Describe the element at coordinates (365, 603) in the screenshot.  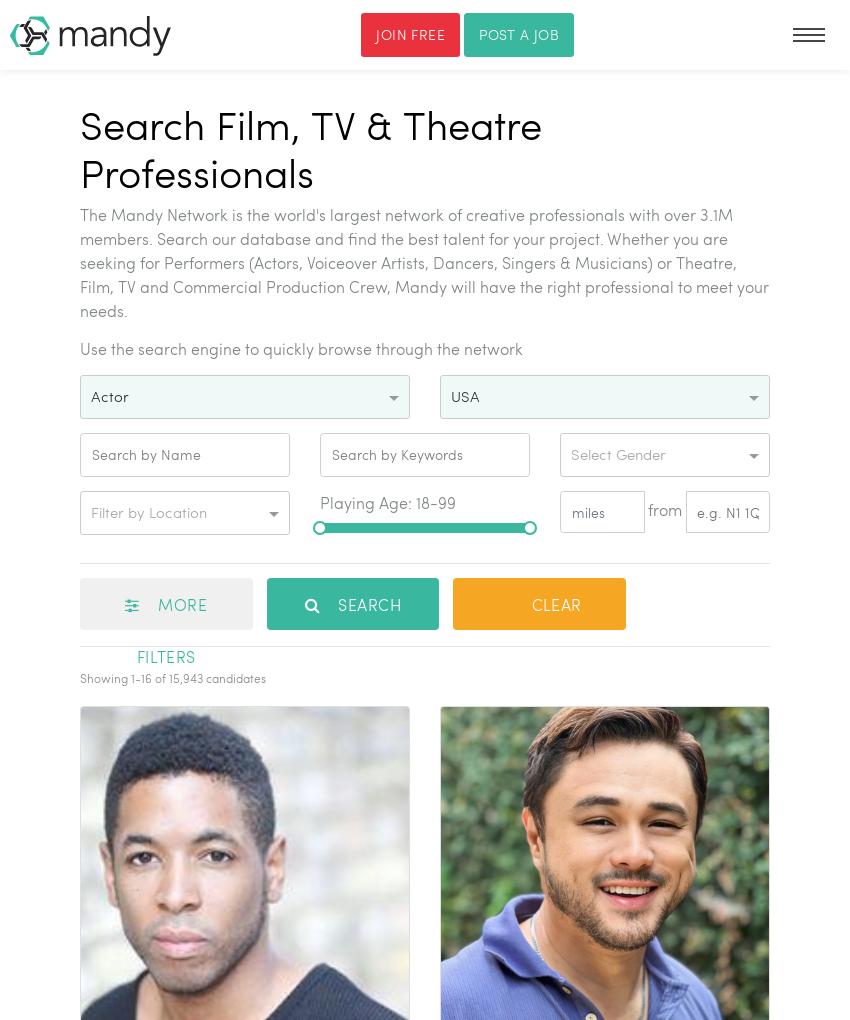
I see `'Search'` at that location.